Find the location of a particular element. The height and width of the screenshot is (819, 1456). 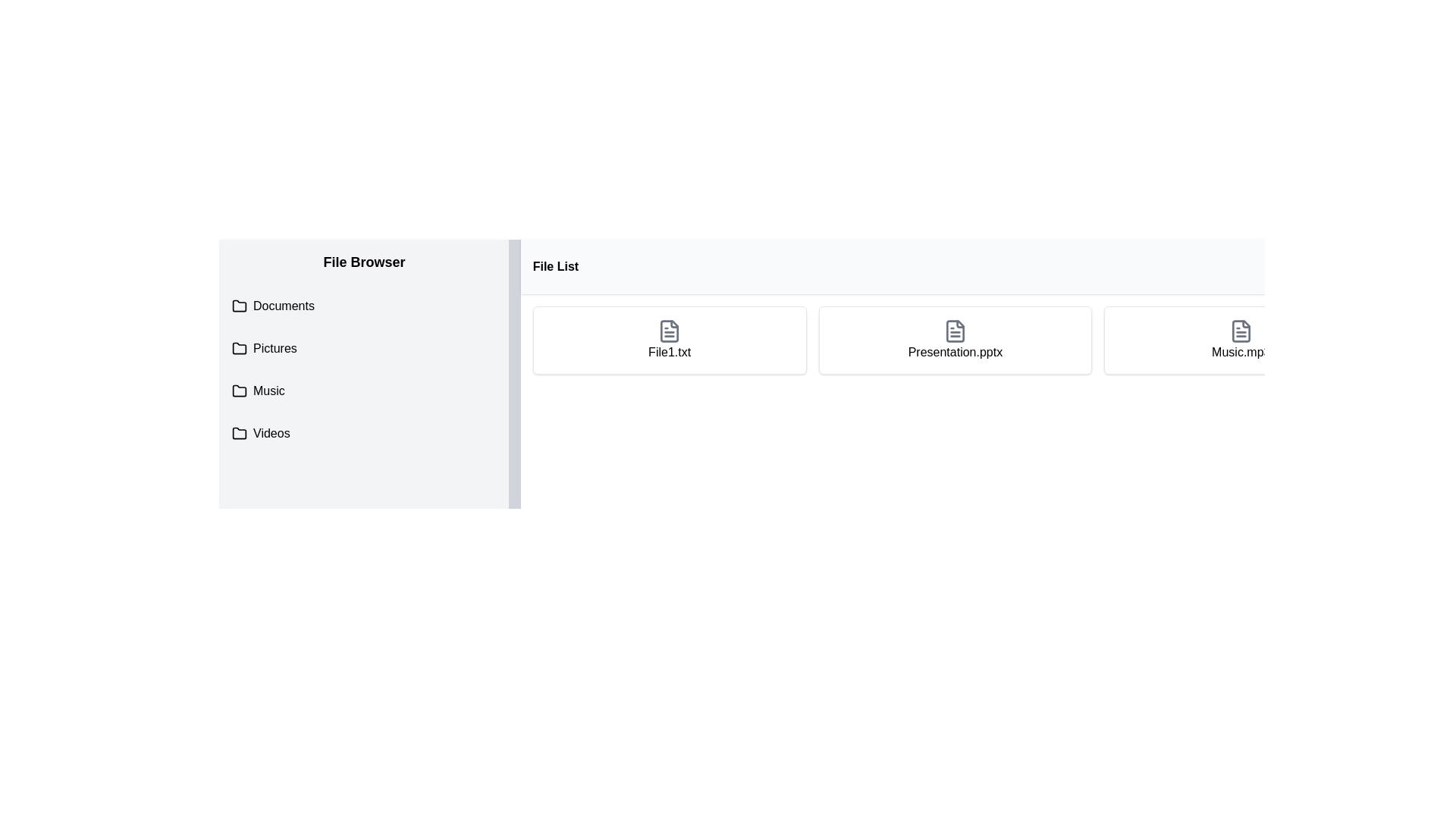

the central rectangle of the file icon that represents the body of a document, which is displayed in a gray tone and is positioned centrally within the icon is located at coordinates (954, 330).